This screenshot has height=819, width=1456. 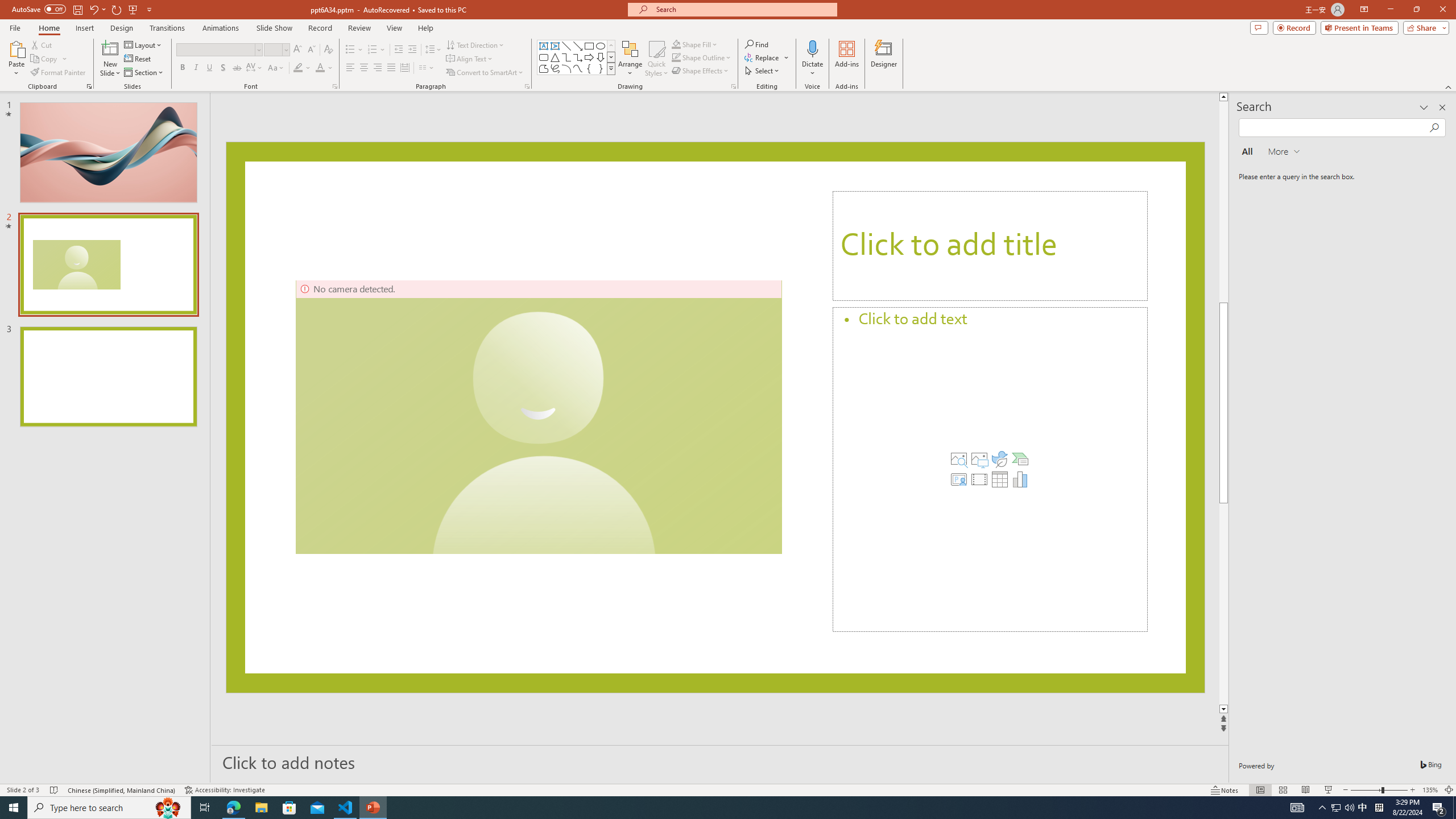 What do you see at coordinates (565, 68) in the screenshot?
I see `'Arc'` at bounding box center [565, 68].